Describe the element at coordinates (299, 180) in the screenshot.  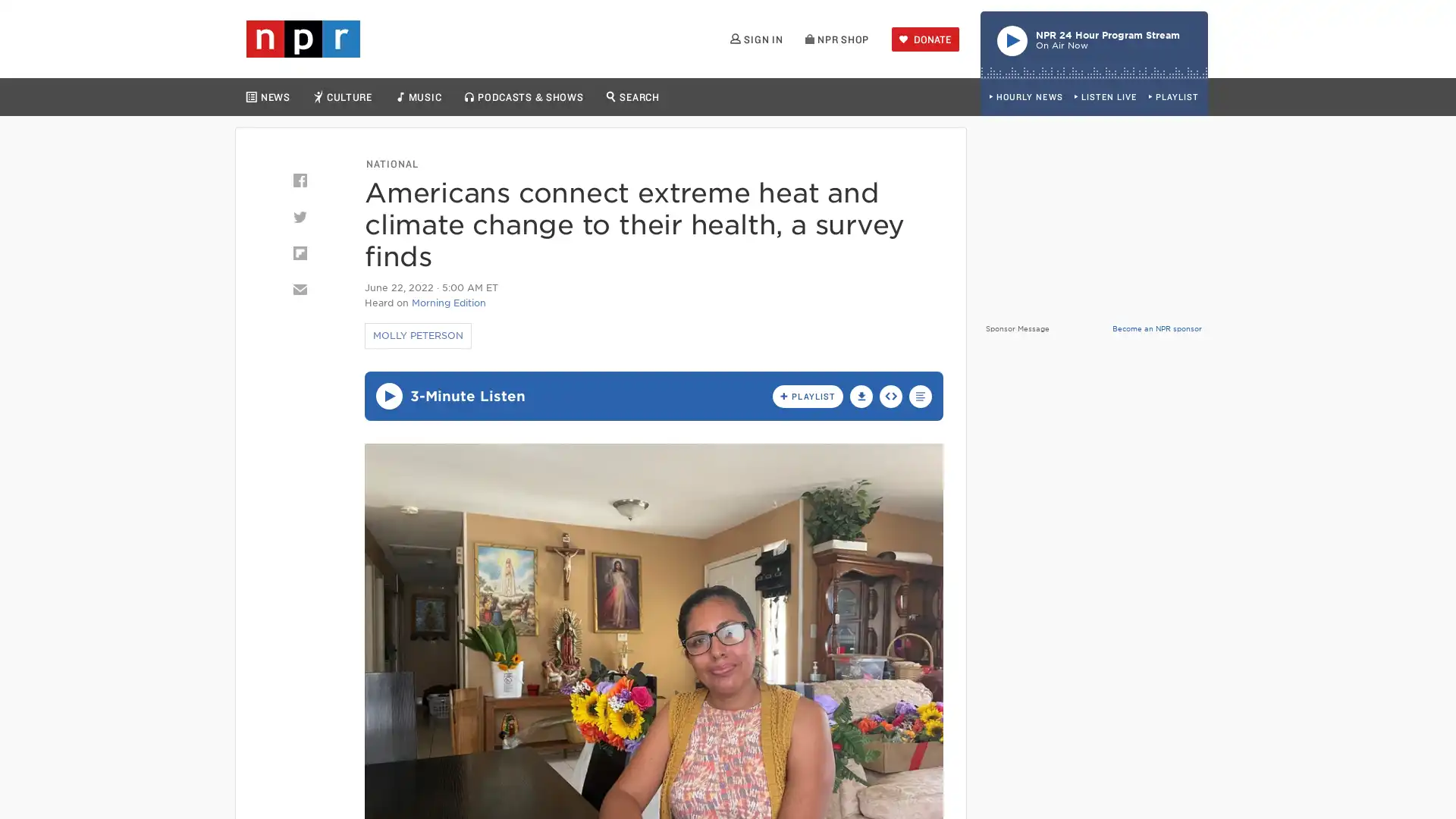
I see `Facebook` at that location.